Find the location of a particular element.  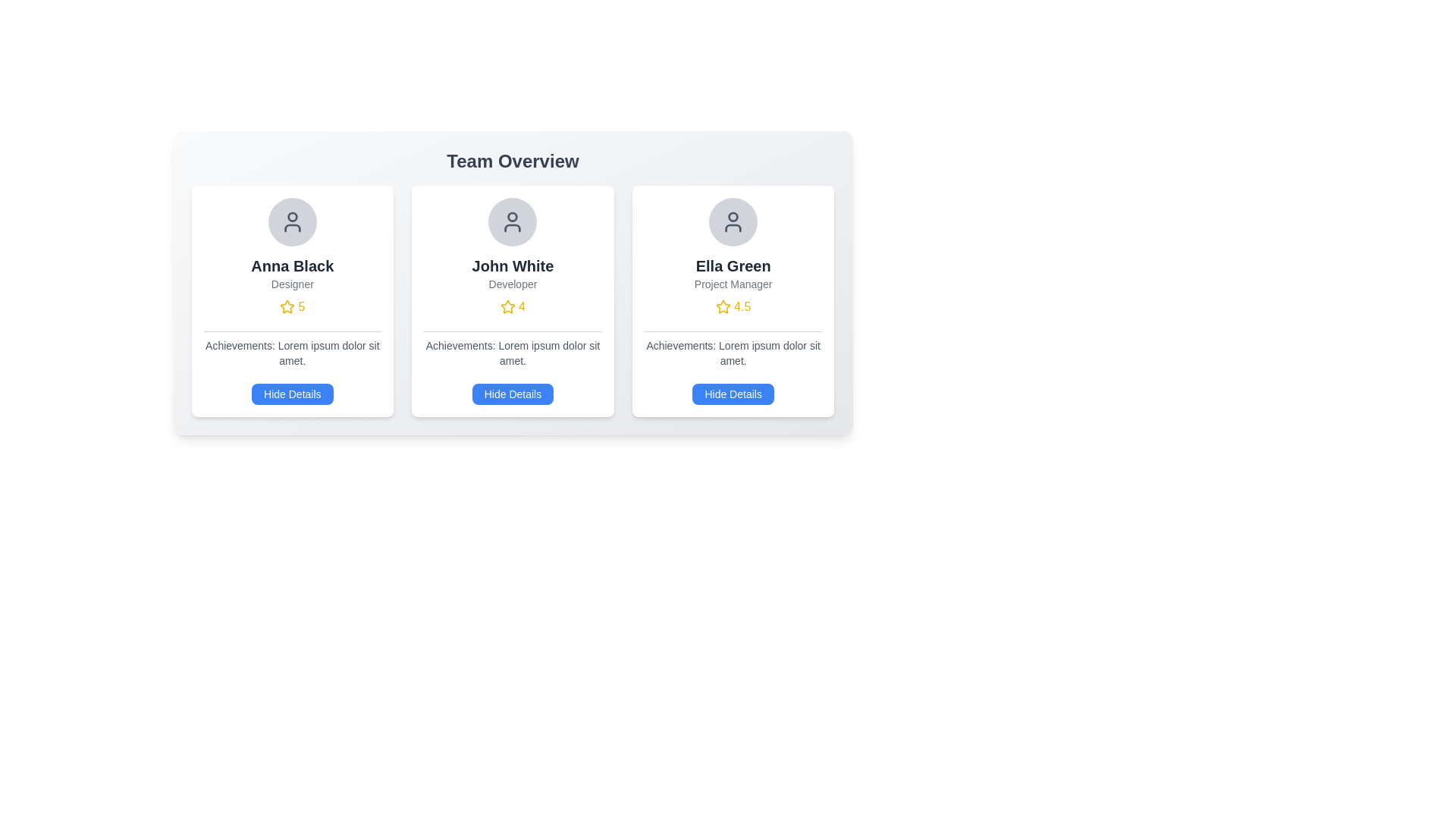

the Text Display element that shows descriptive text for achievements, located in the bottom section of the 'Ella Green' card, which is the rightmost card in a three-column layout is located at coordinates (733, 353).